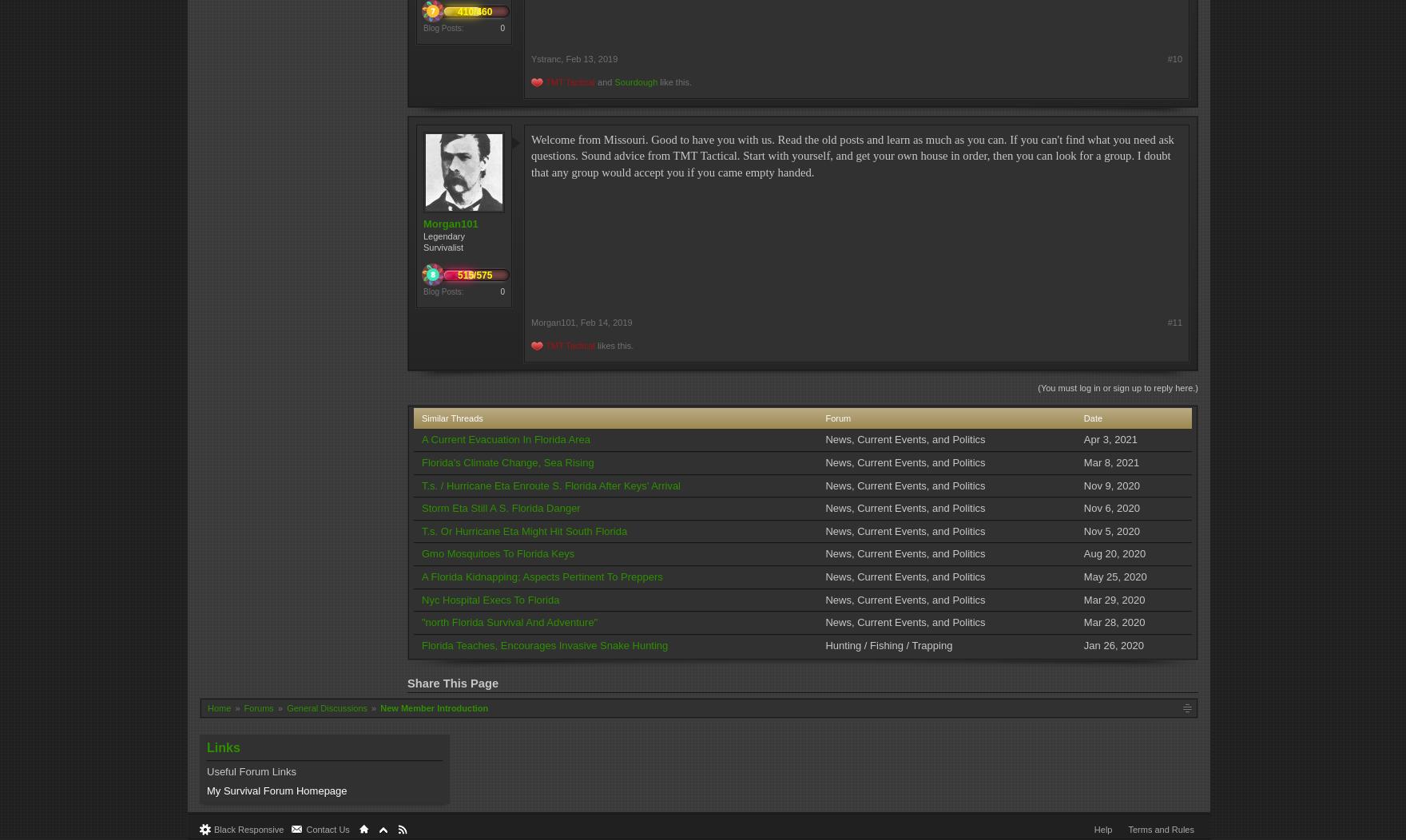 Image resolution: width=1406 pixels, height=840 pixels. I want to click on '515/575', so click(475, 274).